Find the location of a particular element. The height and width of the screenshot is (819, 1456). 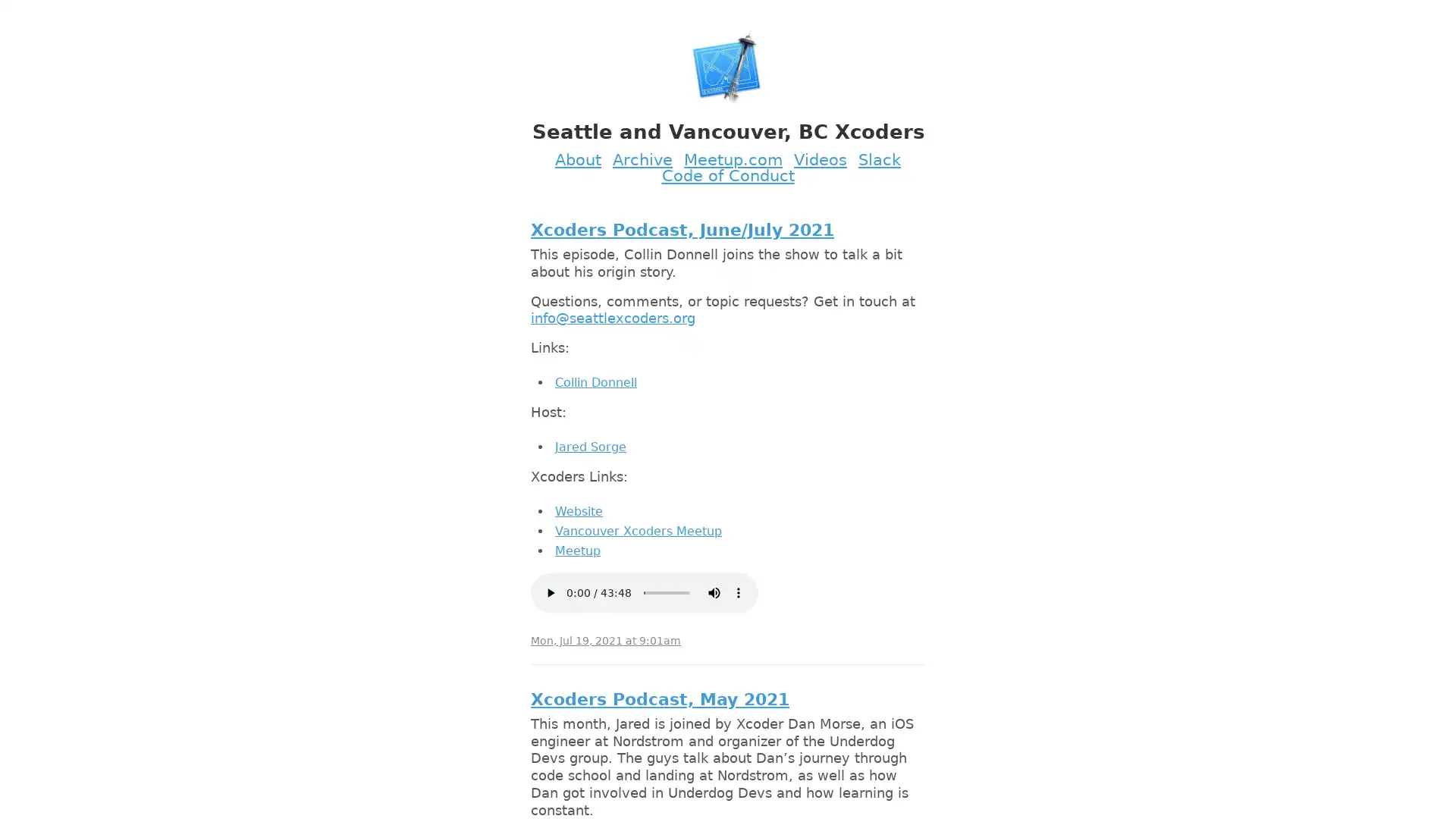

show more media controls is located at coordinates (739, 591).